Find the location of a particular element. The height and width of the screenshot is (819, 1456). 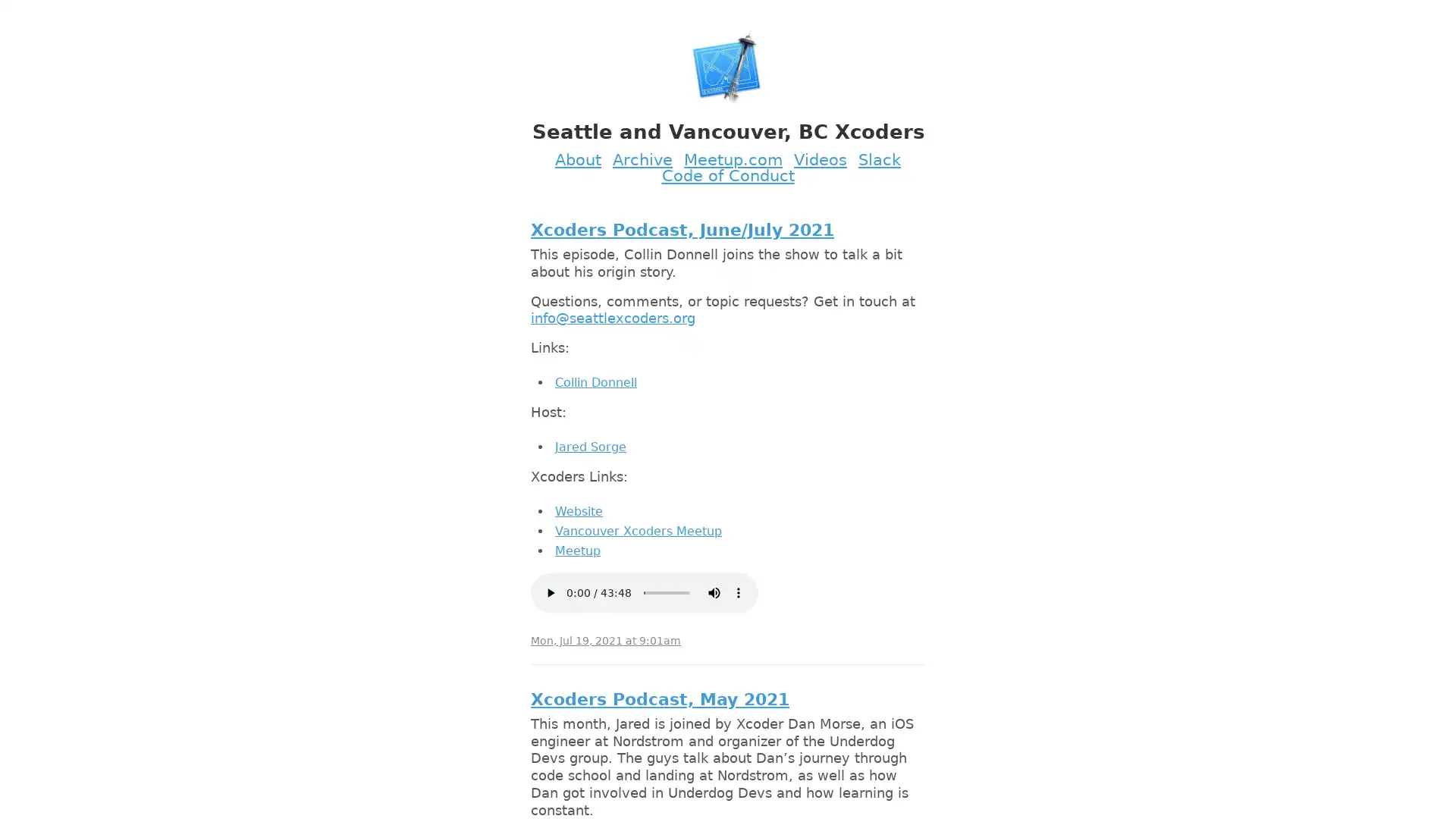

show more media controls is located at coordinates (739, 591).